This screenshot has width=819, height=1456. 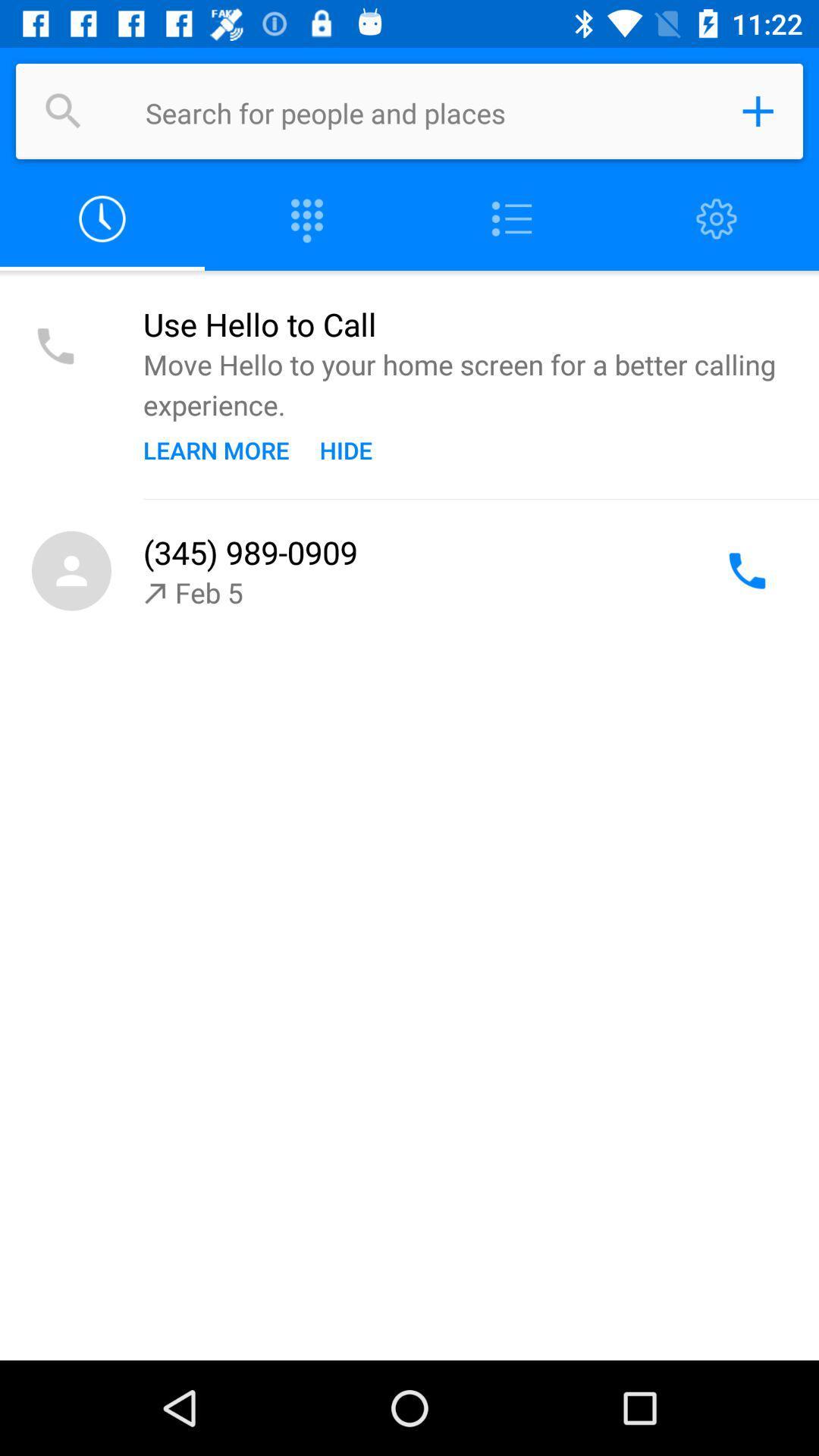 What do you see at coordinates (63, 111) in the screenshot?
I see `the search icon` at bounding box center [63, 111].